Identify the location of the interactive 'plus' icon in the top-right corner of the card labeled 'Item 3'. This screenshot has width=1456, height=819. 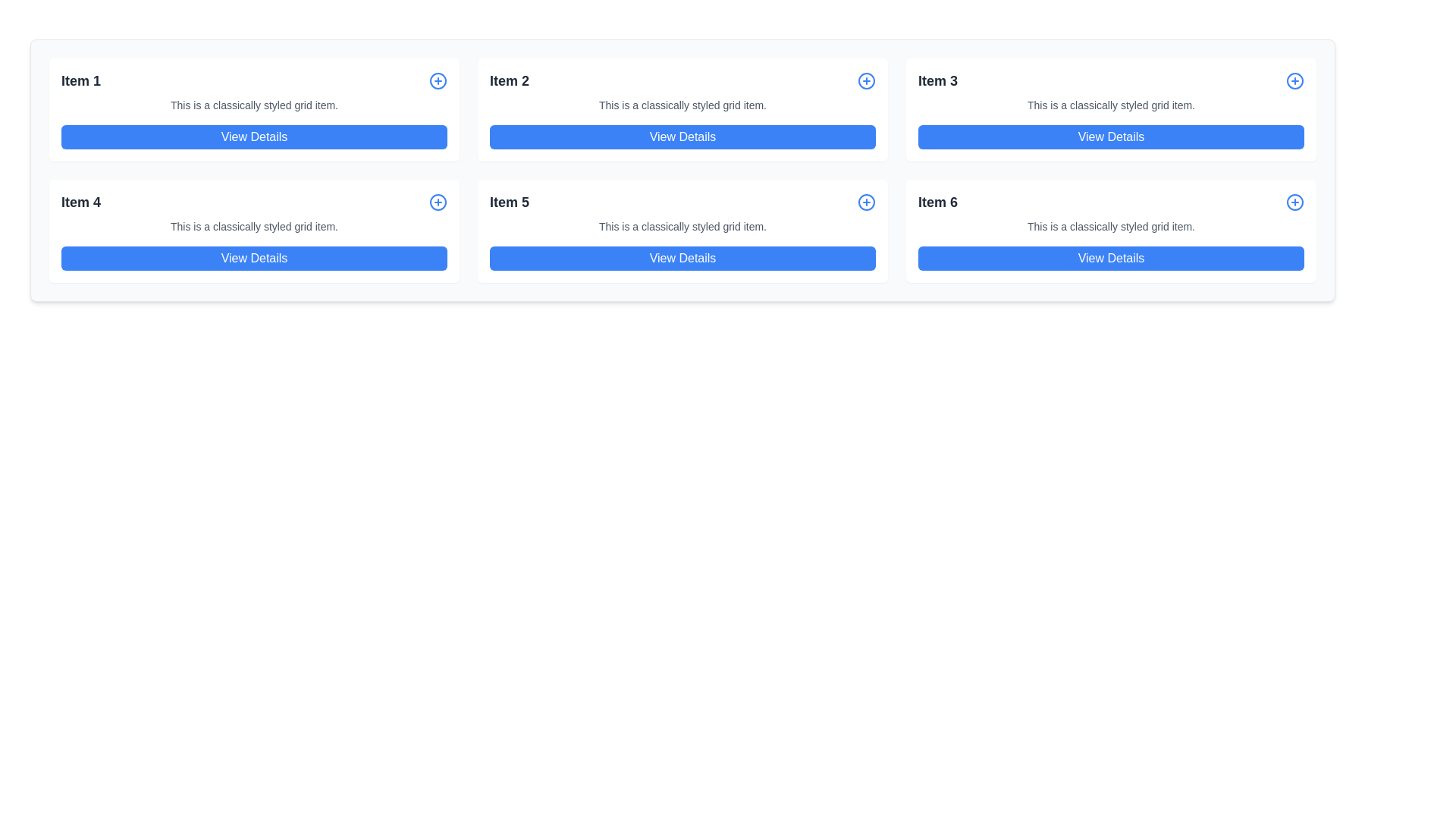
(1294, 81).